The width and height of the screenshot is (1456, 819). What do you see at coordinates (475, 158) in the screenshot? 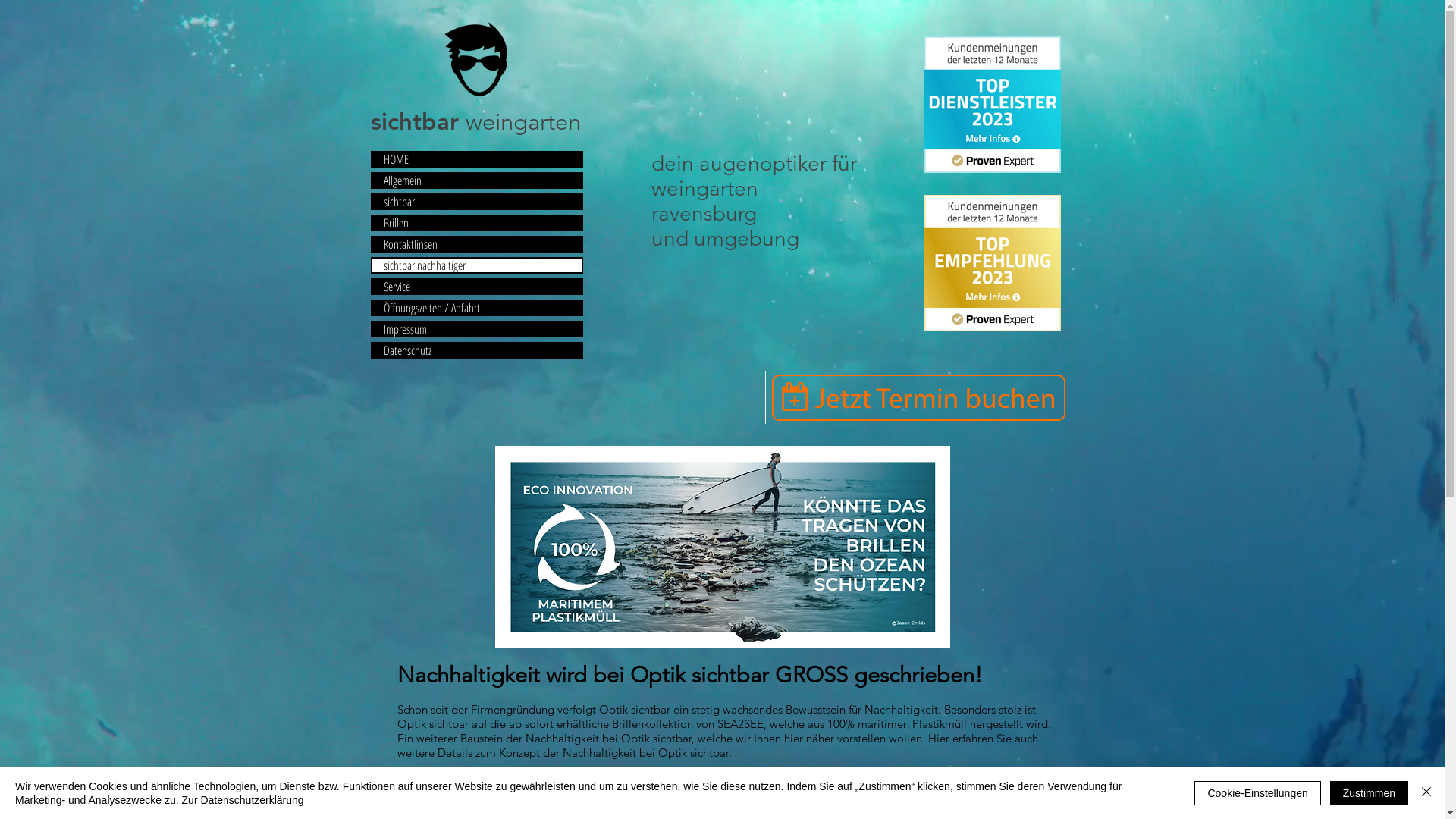
I see `'HOME'` at bounding box center [475, 158].